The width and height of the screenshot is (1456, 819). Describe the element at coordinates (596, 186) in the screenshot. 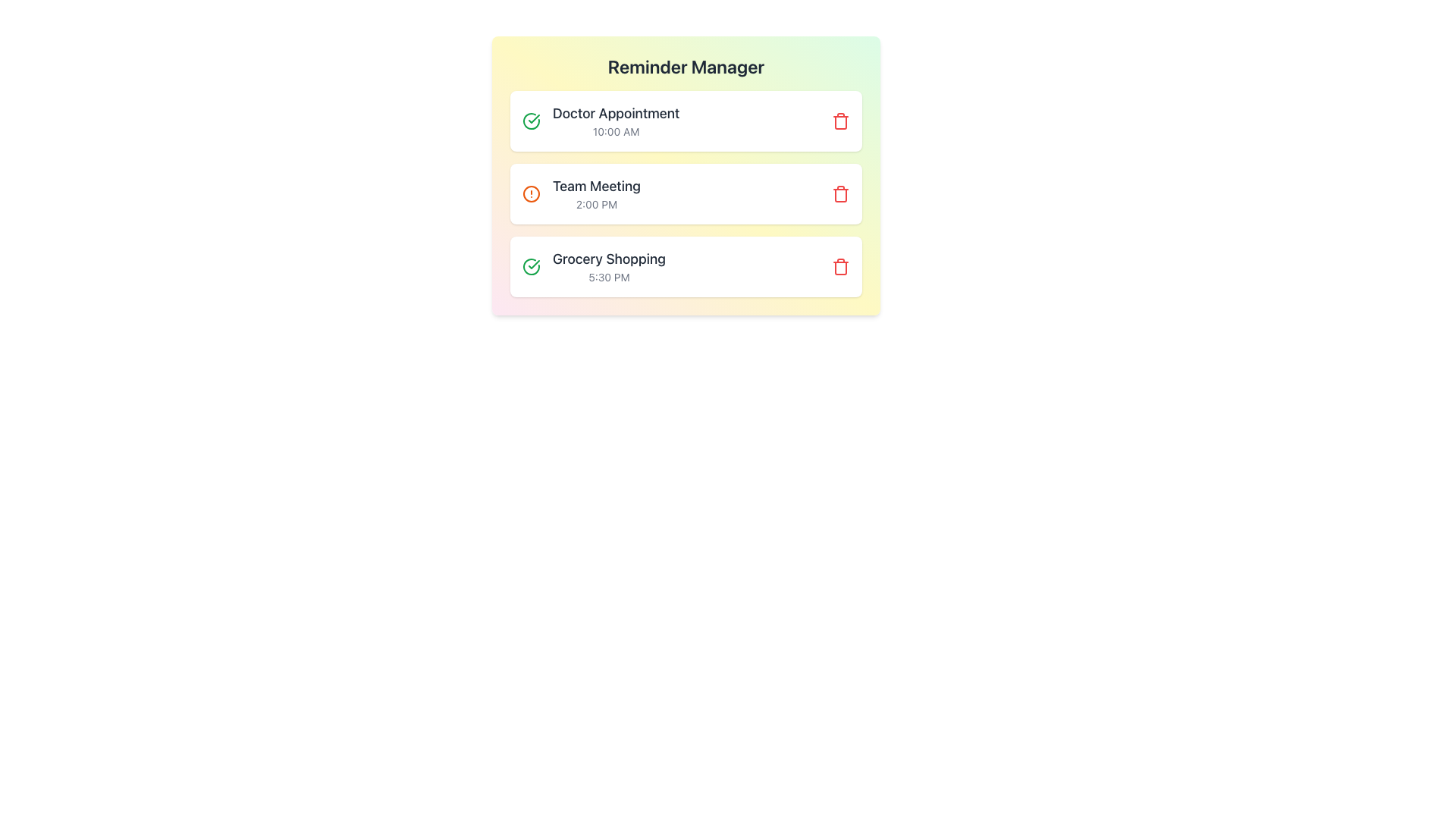

I see `the text label that reads 'Team Meeting,' which is the title of the second reminder in the 'Reminder Manager' section, positioned between 'Doctor Appointment' and 'Grocery Shopping.'` at that location.